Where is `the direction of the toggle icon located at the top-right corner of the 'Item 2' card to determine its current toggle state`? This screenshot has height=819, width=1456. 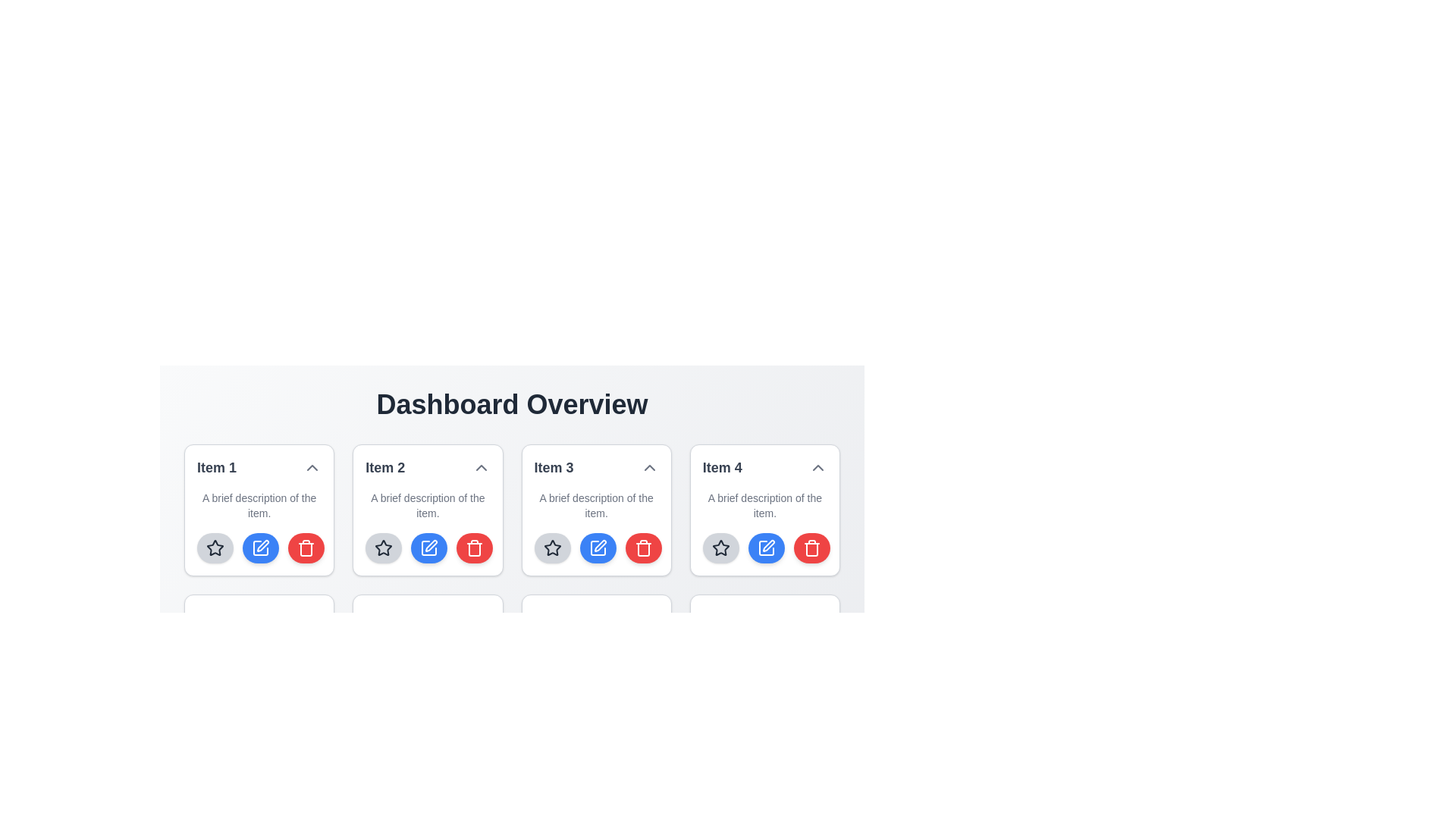 the direction of the toggle icon located at the top-right corner of the 'Item 2' card to determine its current toggle state is located at coordinates (480, 467).